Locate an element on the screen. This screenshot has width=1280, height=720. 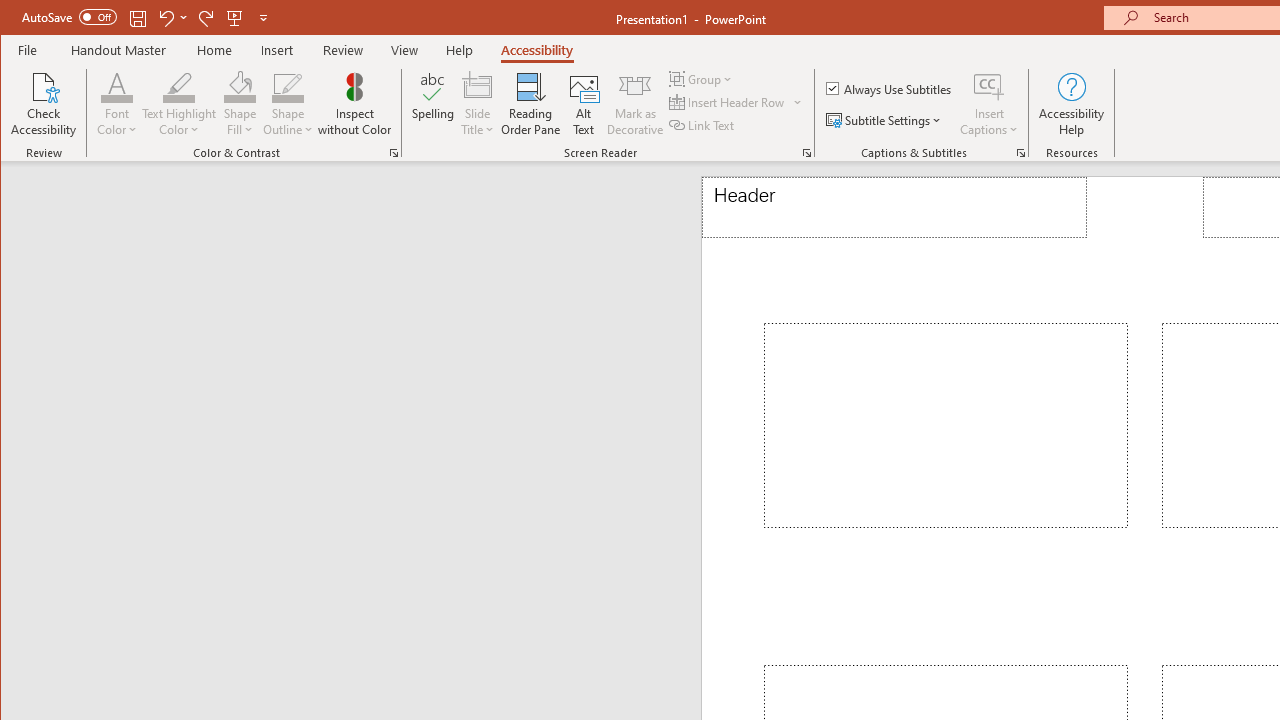
'Group' is located at coordinates (702, 78).